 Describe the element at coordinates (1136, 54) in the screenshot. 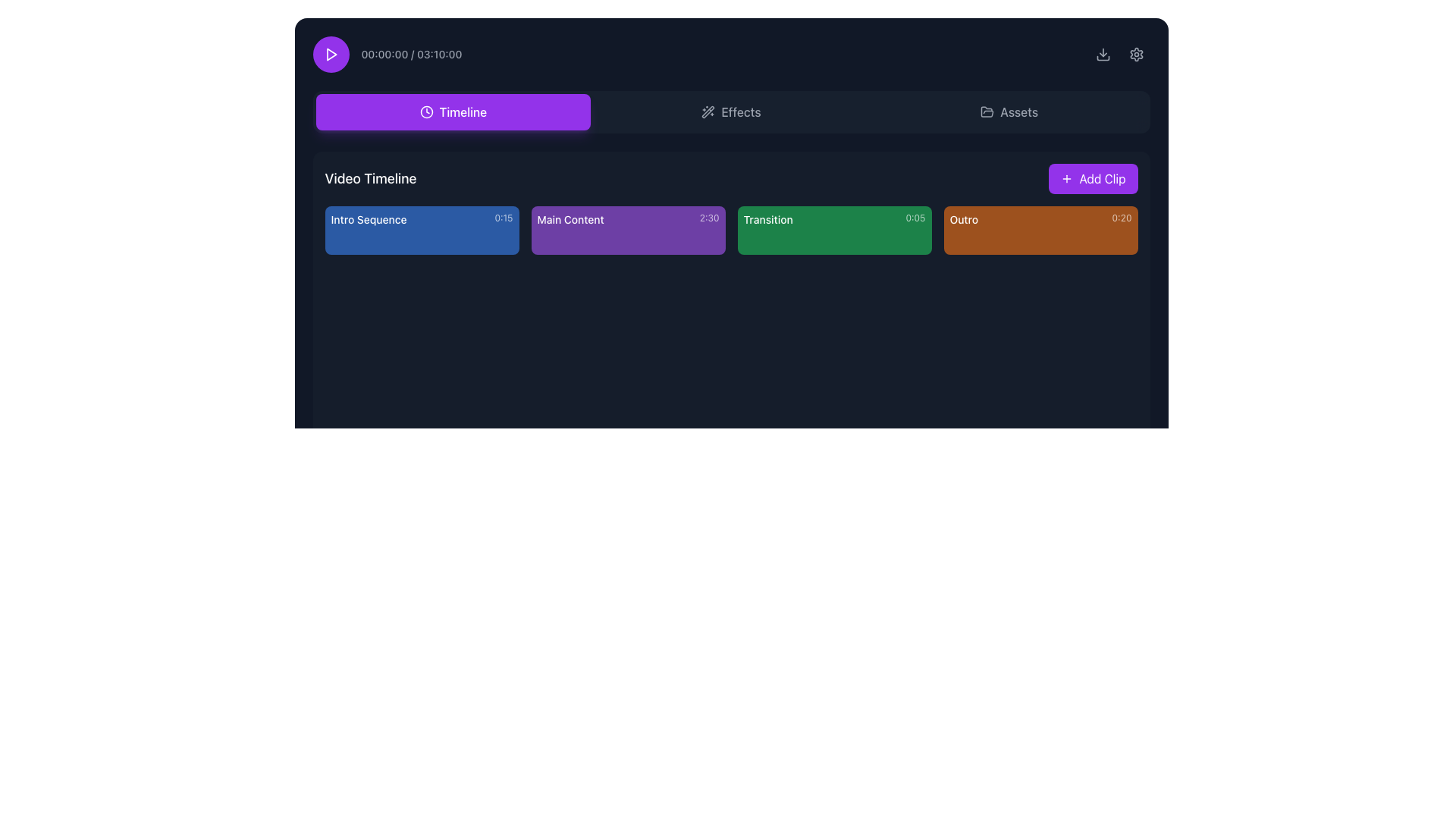

I see `the gear icon located in the upper-right corner of the interface` at that location.